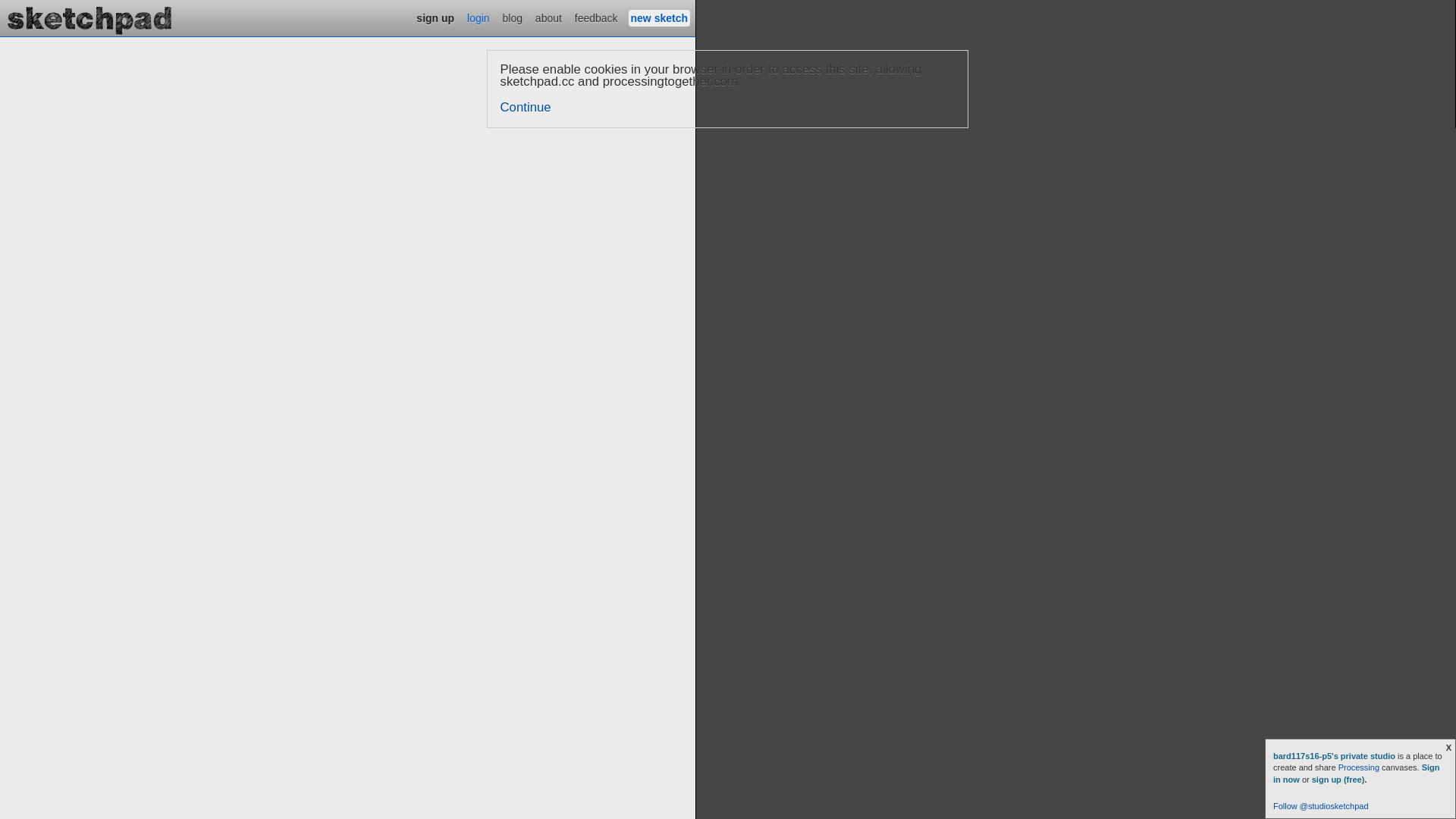  What do you see at coordinates (526, 106) in the screenshot?
I see `'Continue'` at bounding box center [526, 106].